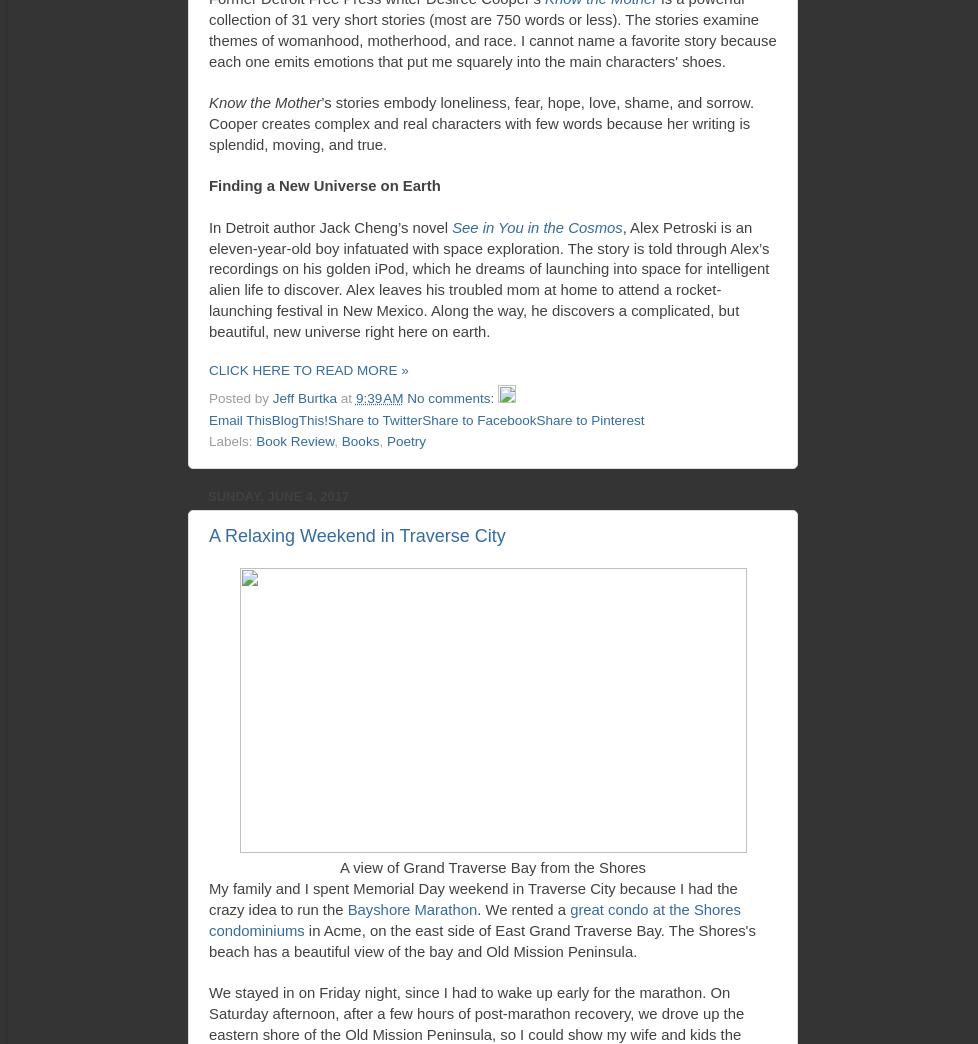  What do you see at coordinates (240, 418) in the screenshot?
I see `'Email This'` at bounding box center [240, 418].